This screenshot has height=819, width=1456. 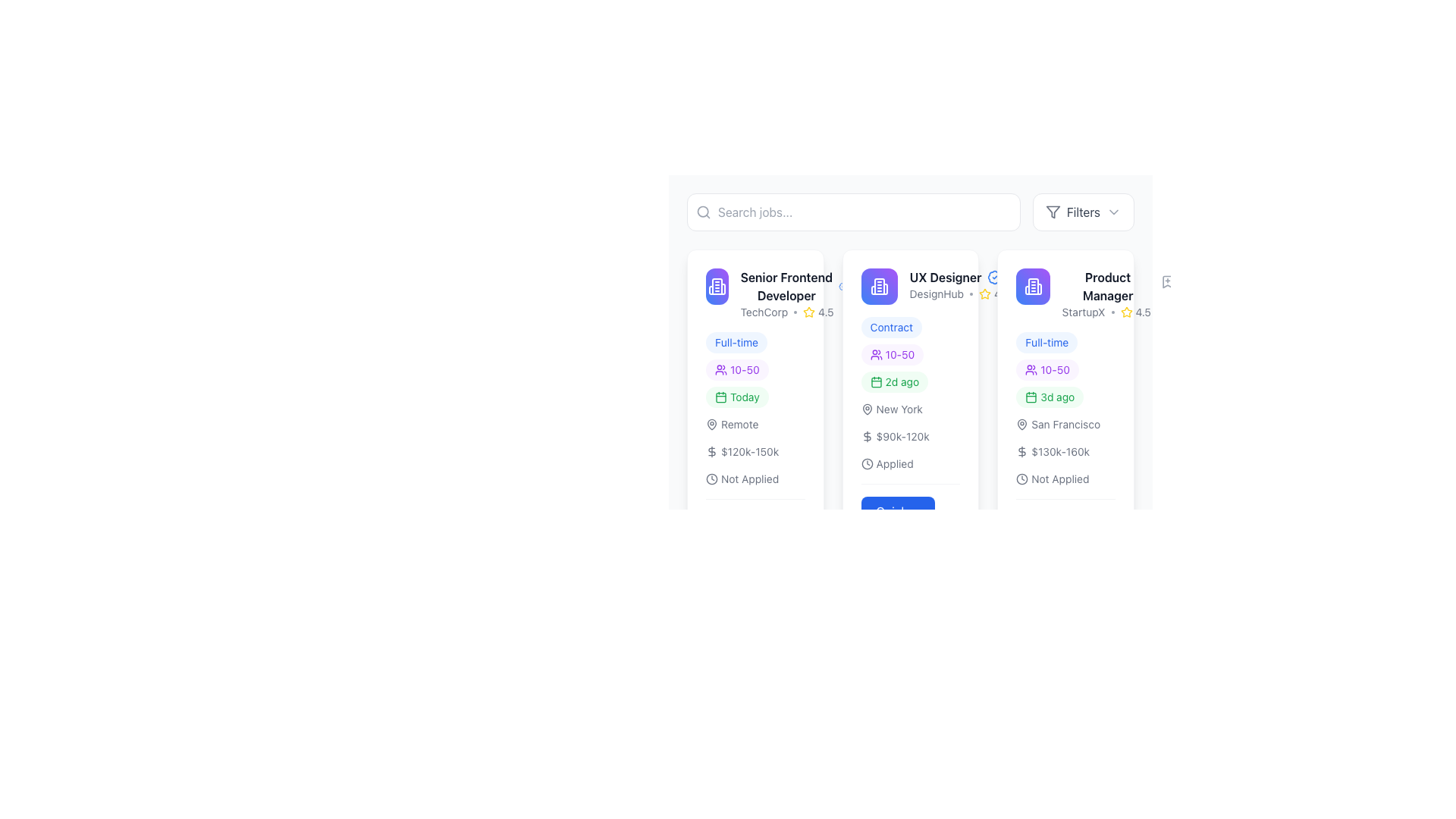 I want to click on the star icon located directly below the job title 'Senior Frontend Developer', so click(x=793, y=312).